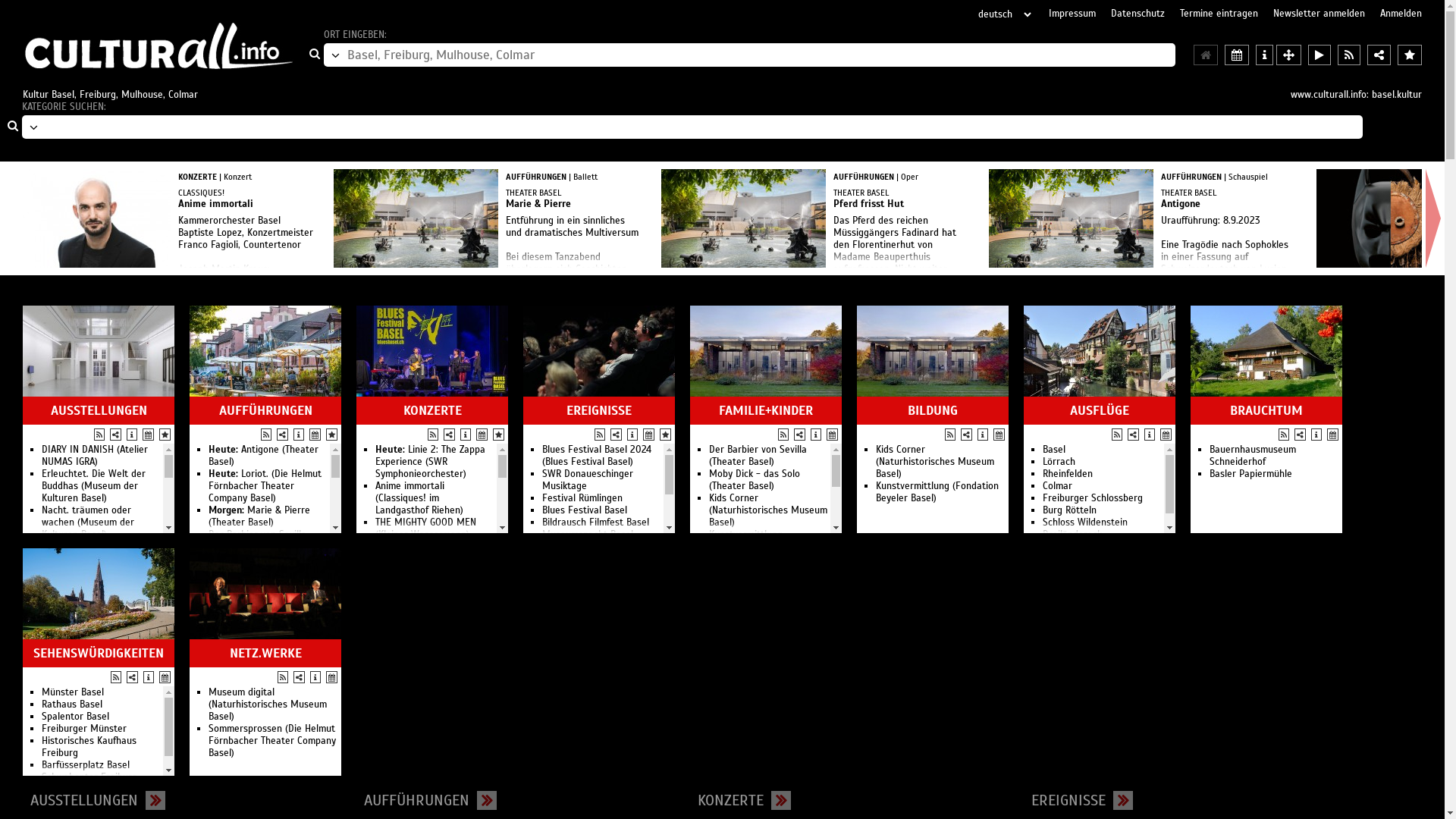 The width and height of the screenshot is (1456, 819). Describe the element at coordinates (708, 479) in the screenshot. I see `'Moby Dick - das Solo (Theater Basel)'` at that location.